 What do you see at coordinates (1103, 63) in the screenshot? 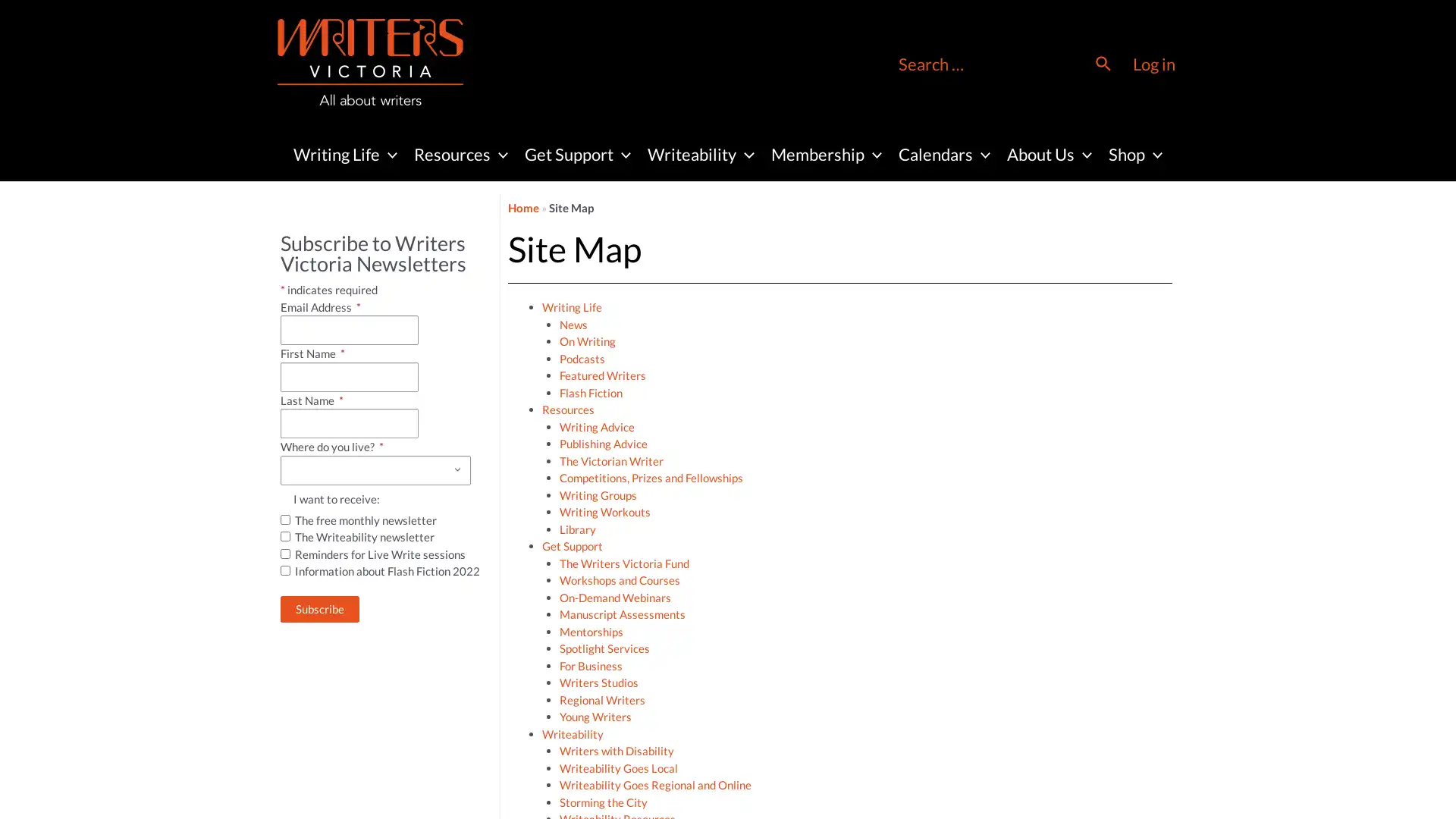
I see `Search` at bounding box center [1103, 63].